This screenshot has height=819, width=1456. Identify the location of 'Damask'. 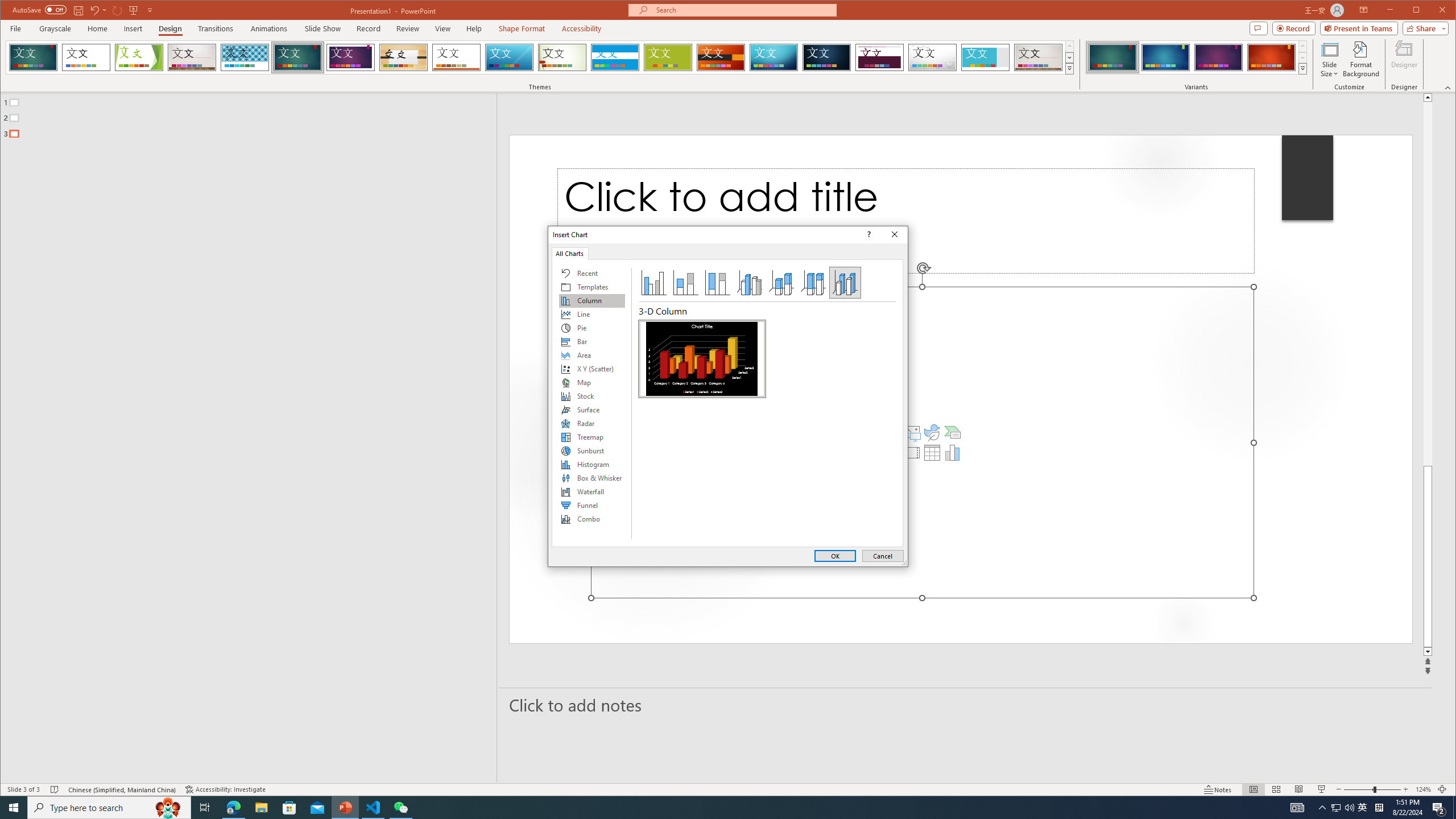
(827, 57).